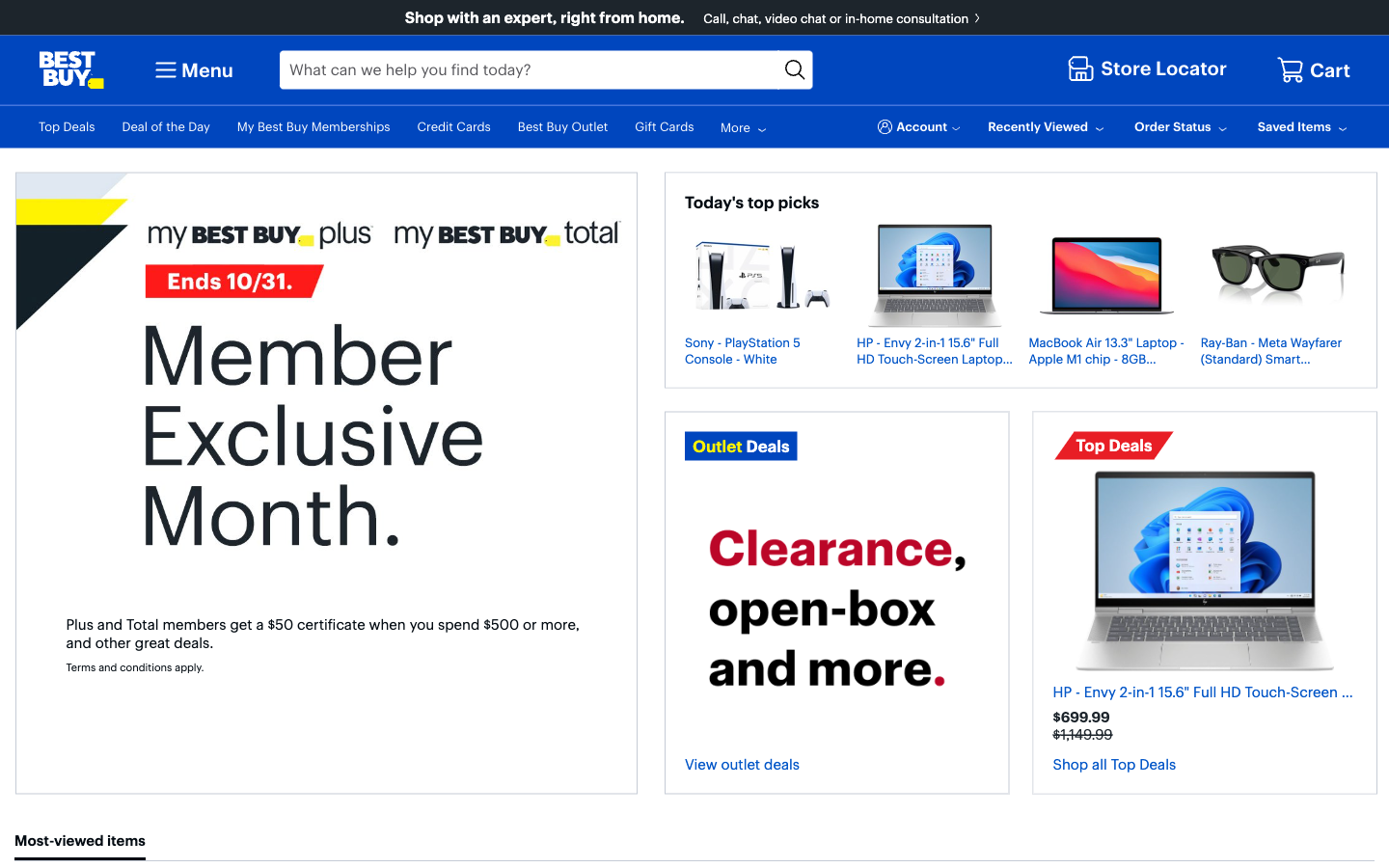  Describe the element at coordinates (1182, 126) in the screenshot. I see `Assess the status of the last order placed` at that location.